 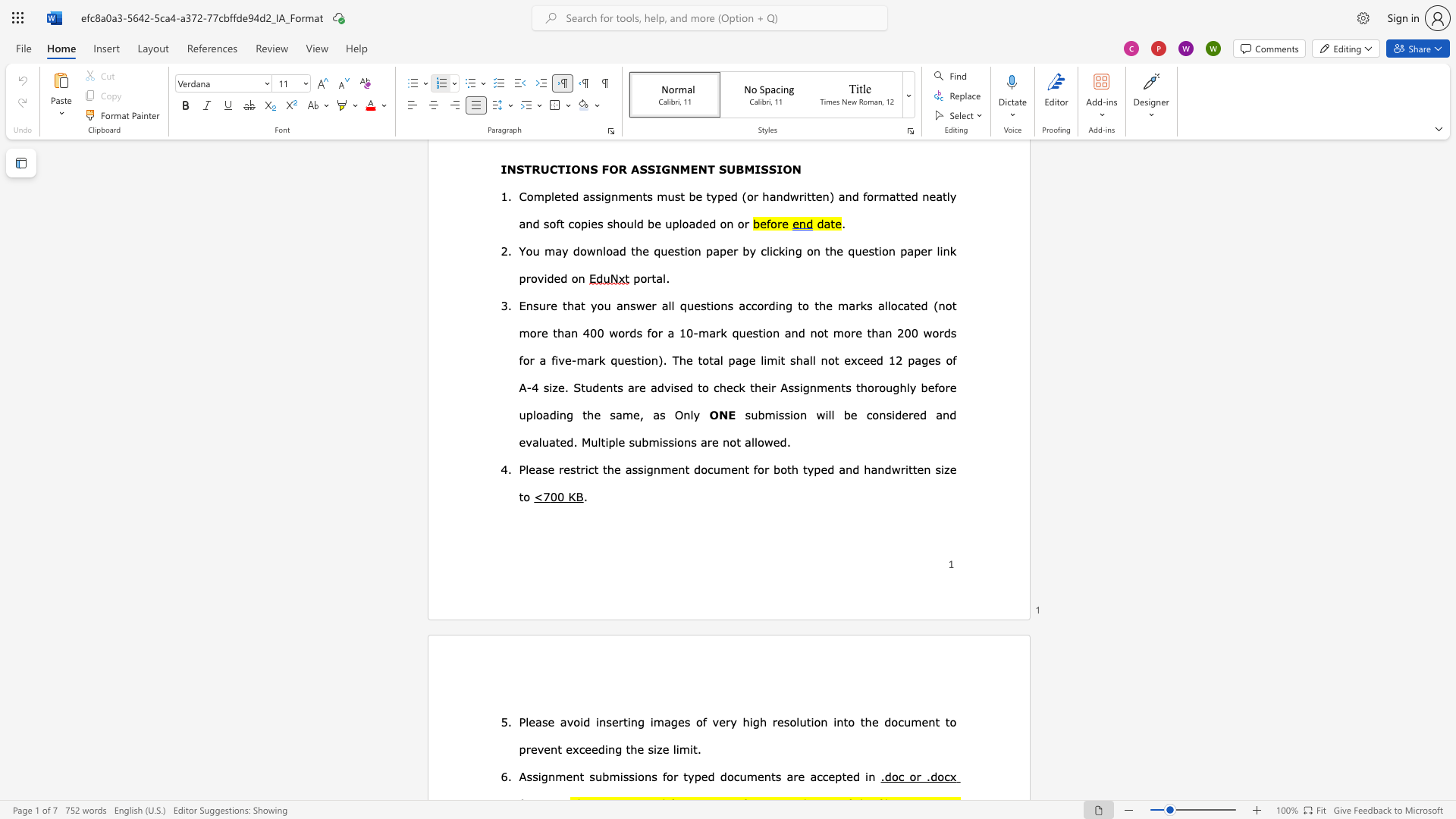 I want to click on the 1th character "." in the text, so click(x=883, y=776).